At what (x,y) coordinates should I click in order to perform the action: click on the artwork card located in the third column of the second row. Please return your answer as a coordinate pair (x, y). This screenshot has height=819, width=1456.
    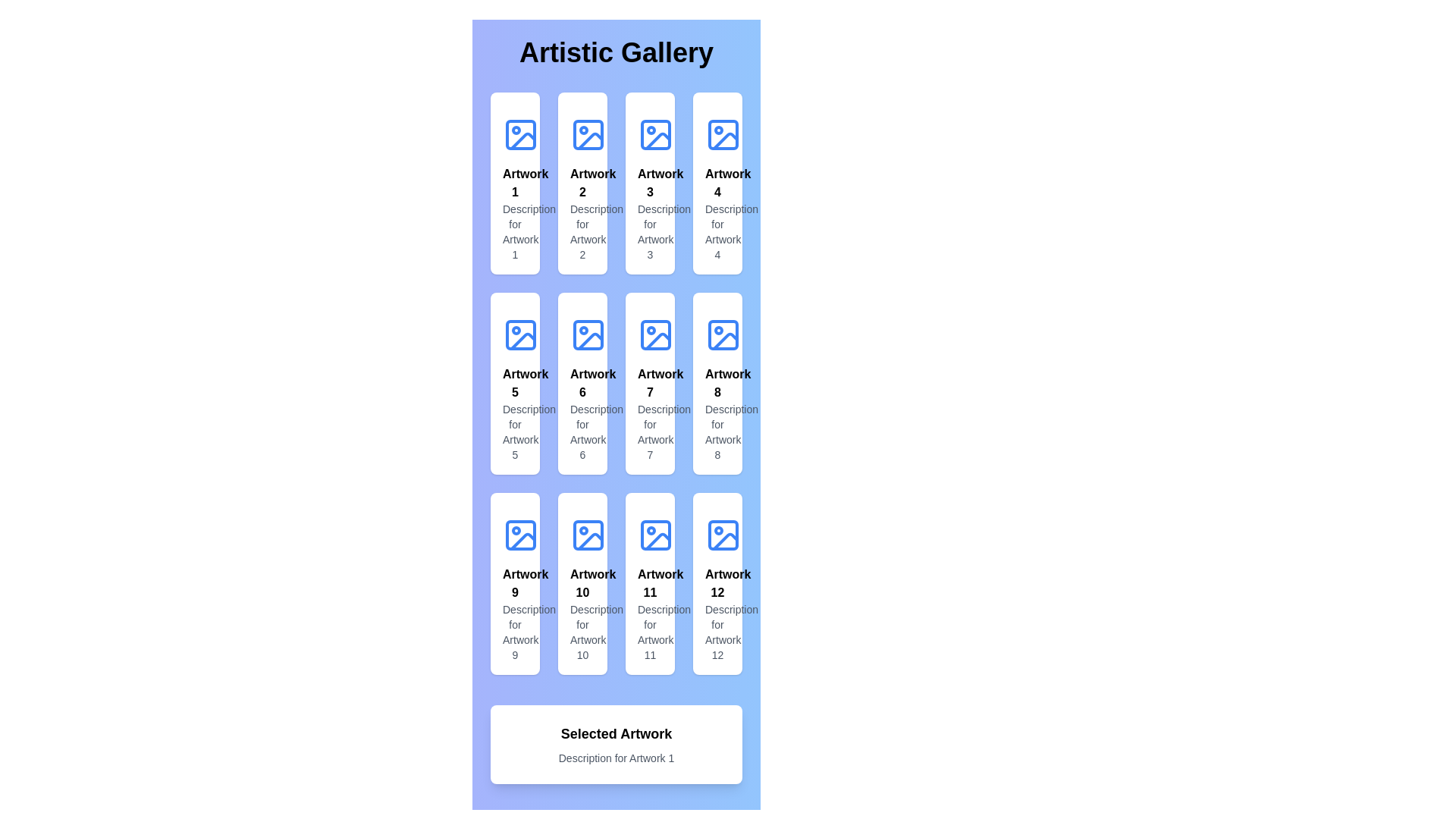
    Looking at the image, I should click on (650, 382).